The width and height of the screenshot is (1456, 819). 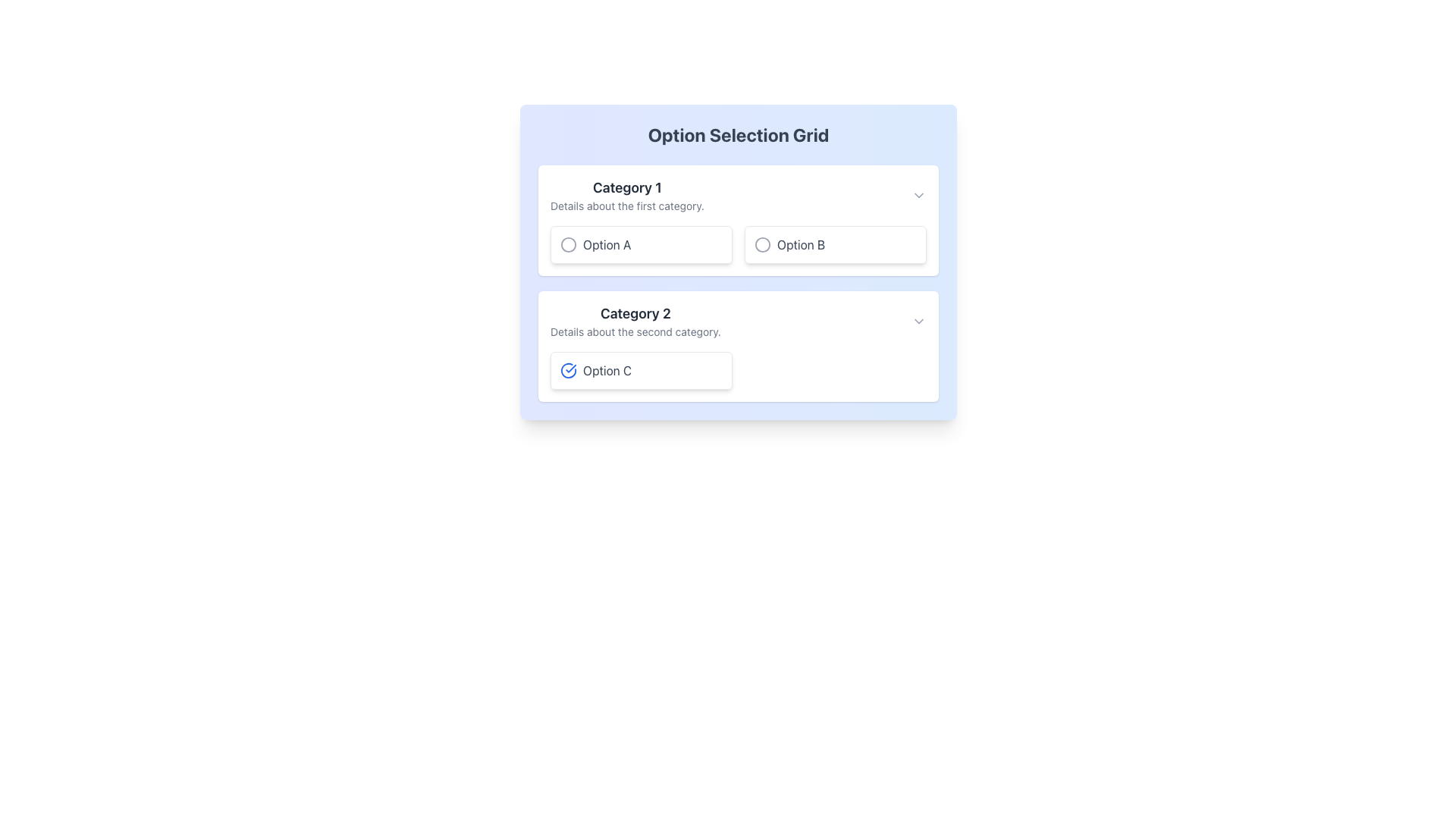 I want to click on the selectable button for 'Option A' located in the first row under 'Category 1', so click(x=641, y=244).